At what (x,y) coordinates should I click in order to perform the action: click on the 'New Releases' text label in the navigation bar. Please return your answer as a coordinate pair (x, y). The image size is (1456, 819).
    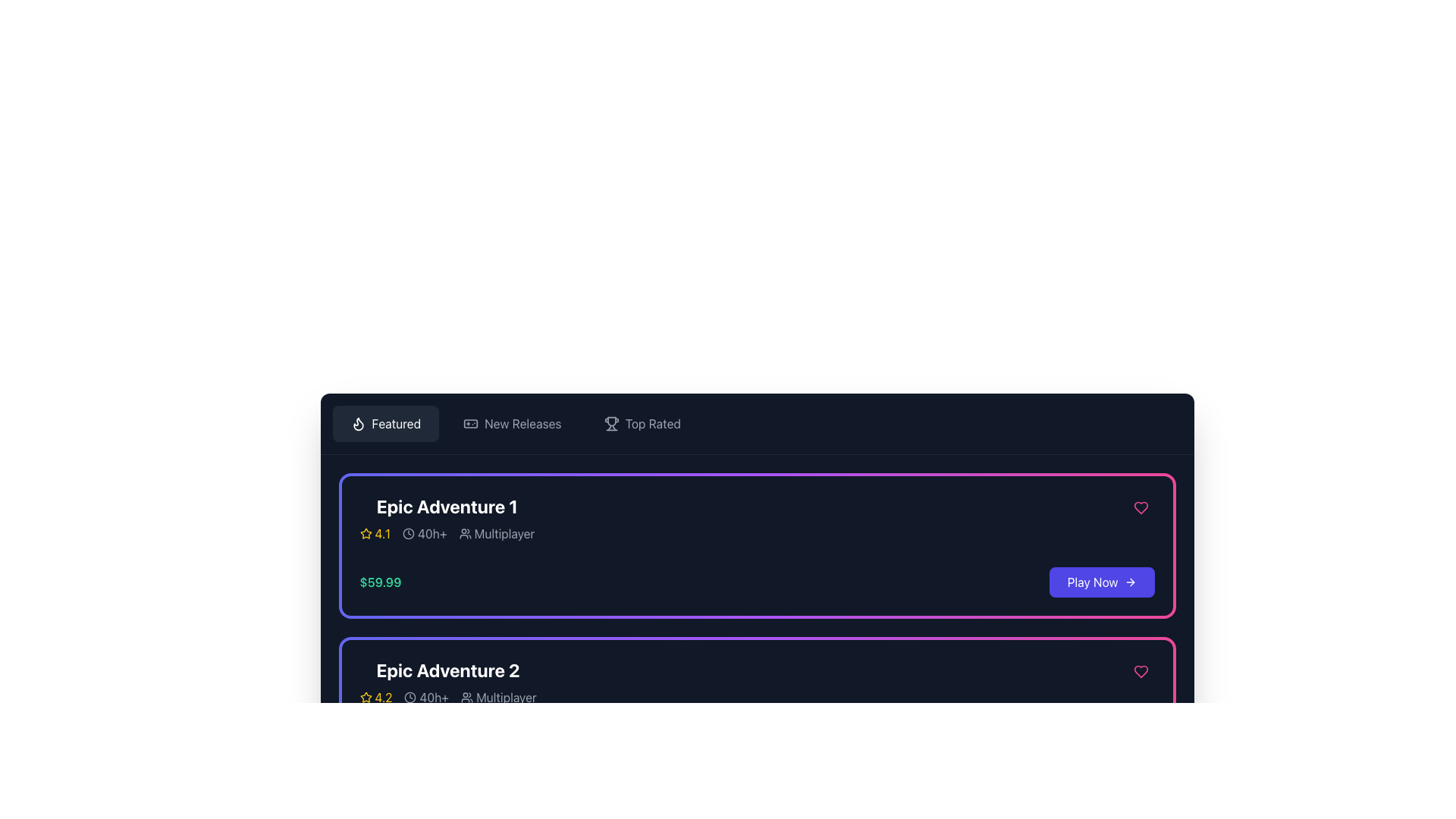
    Looking at the image, I should click on (522, 424).